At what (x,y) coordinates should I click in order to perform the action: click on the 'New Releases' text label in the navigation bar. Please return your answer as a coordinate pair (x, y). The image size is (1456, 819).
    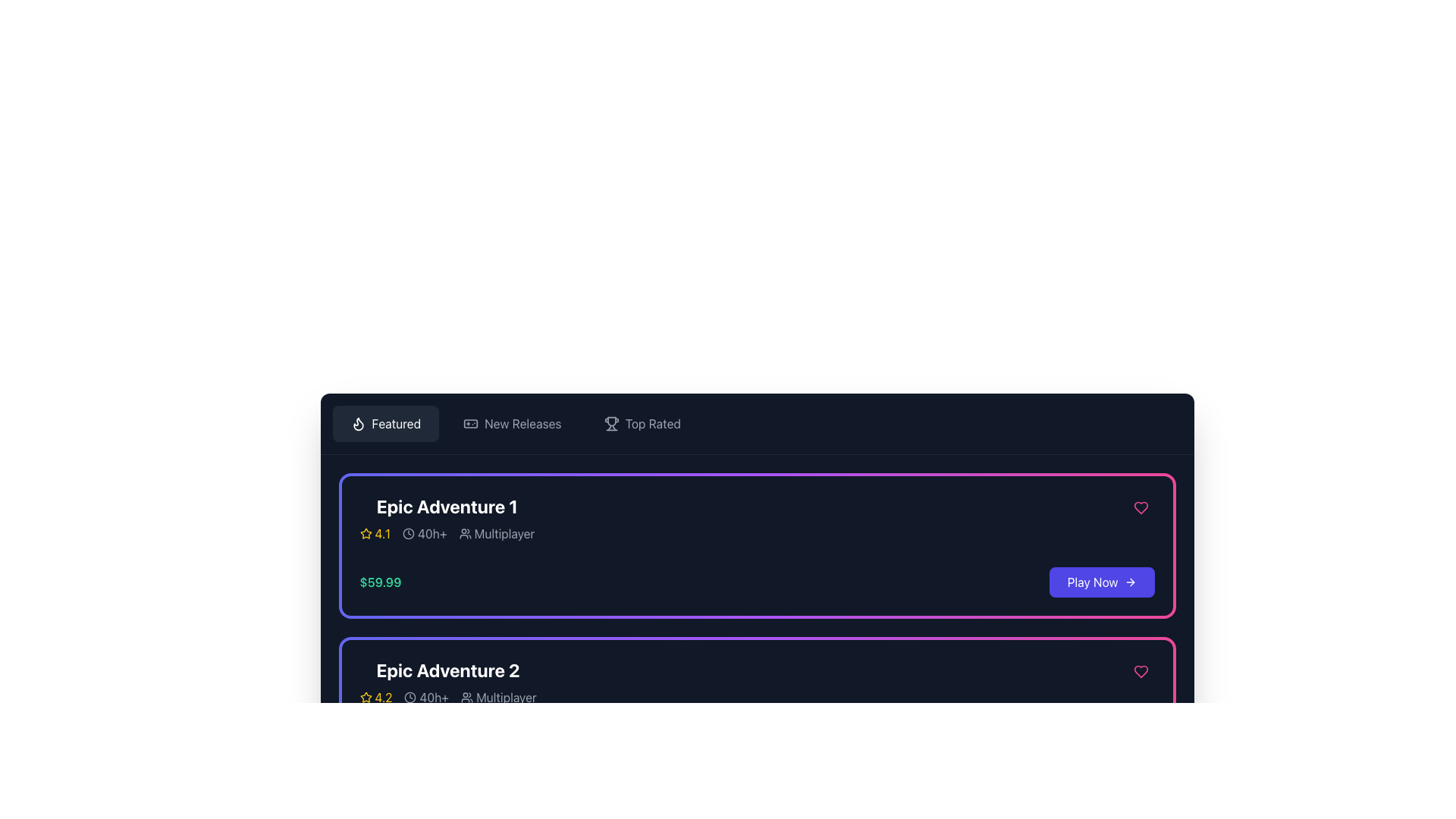
    Looking at the image, I should click on (522, 424).